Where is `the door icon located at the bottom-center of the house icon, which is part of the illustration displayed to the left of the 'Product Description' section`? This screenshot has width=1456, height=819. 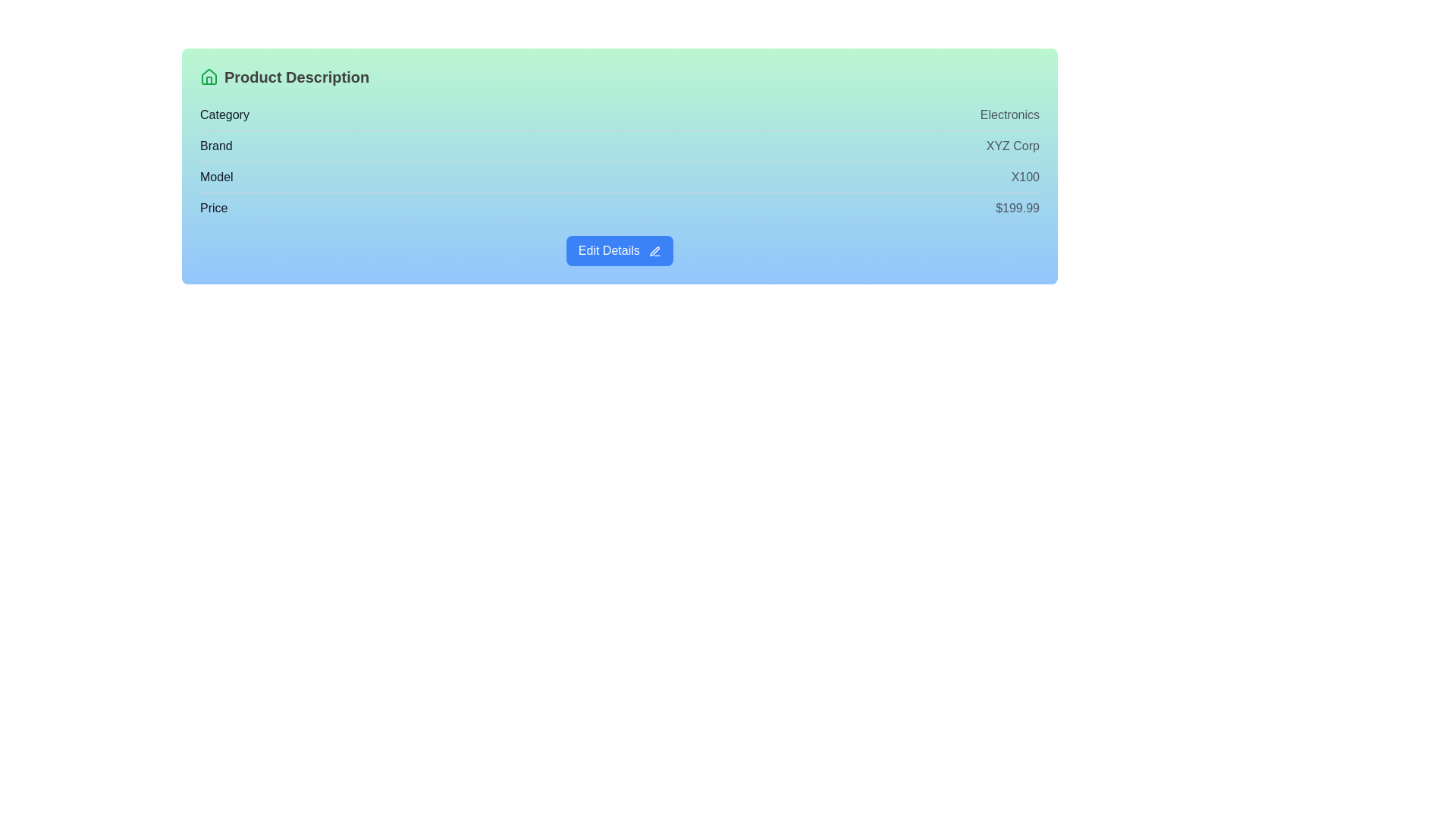
the door icon located at the bottom-center of the house icon, which is part of the illustration displayed to the left of the 'Product Description' section is located at coordinates (208, 80).